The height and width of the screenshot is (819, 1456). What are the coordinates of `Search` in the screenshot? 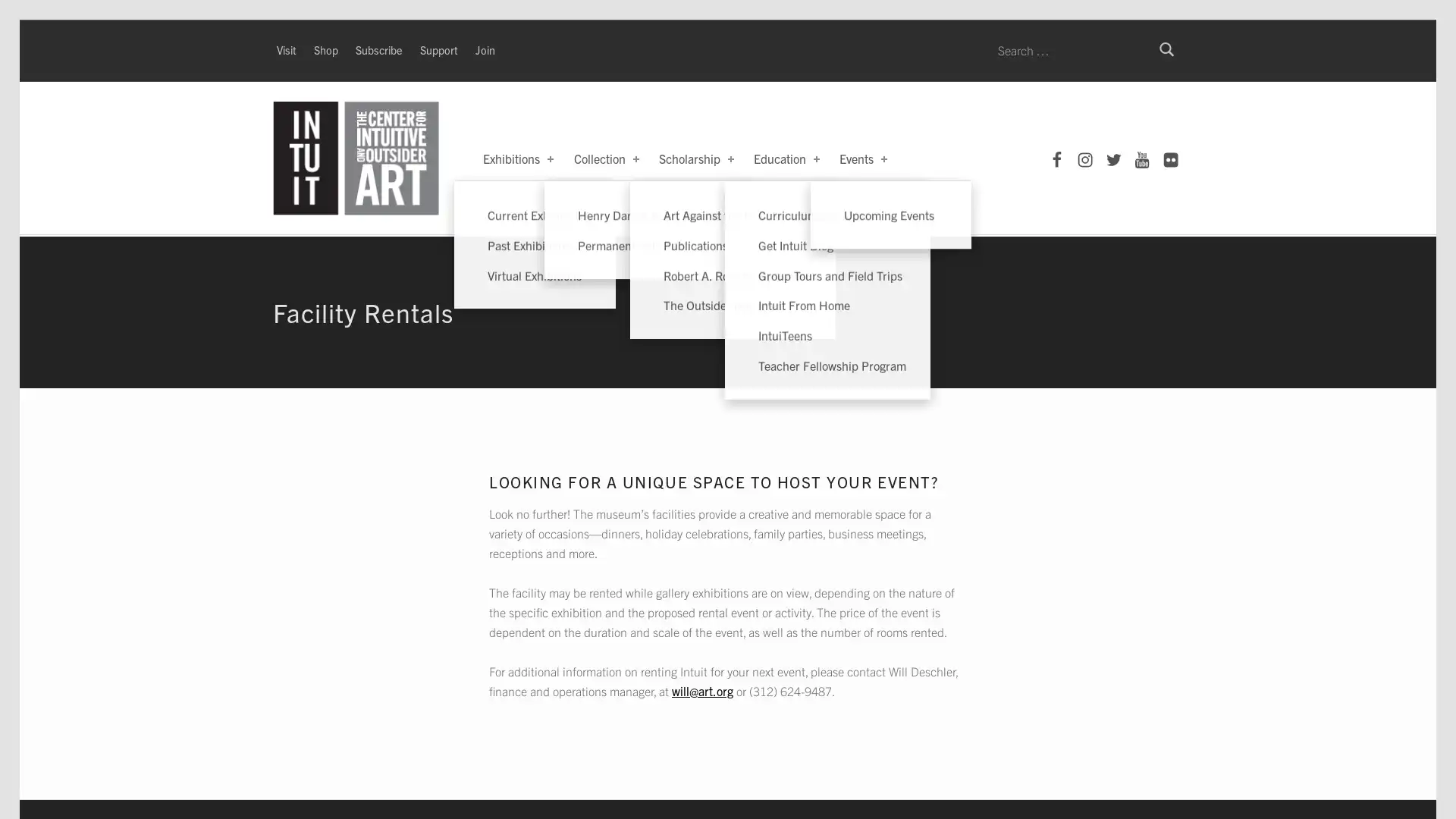 It's located at (1165, 40).